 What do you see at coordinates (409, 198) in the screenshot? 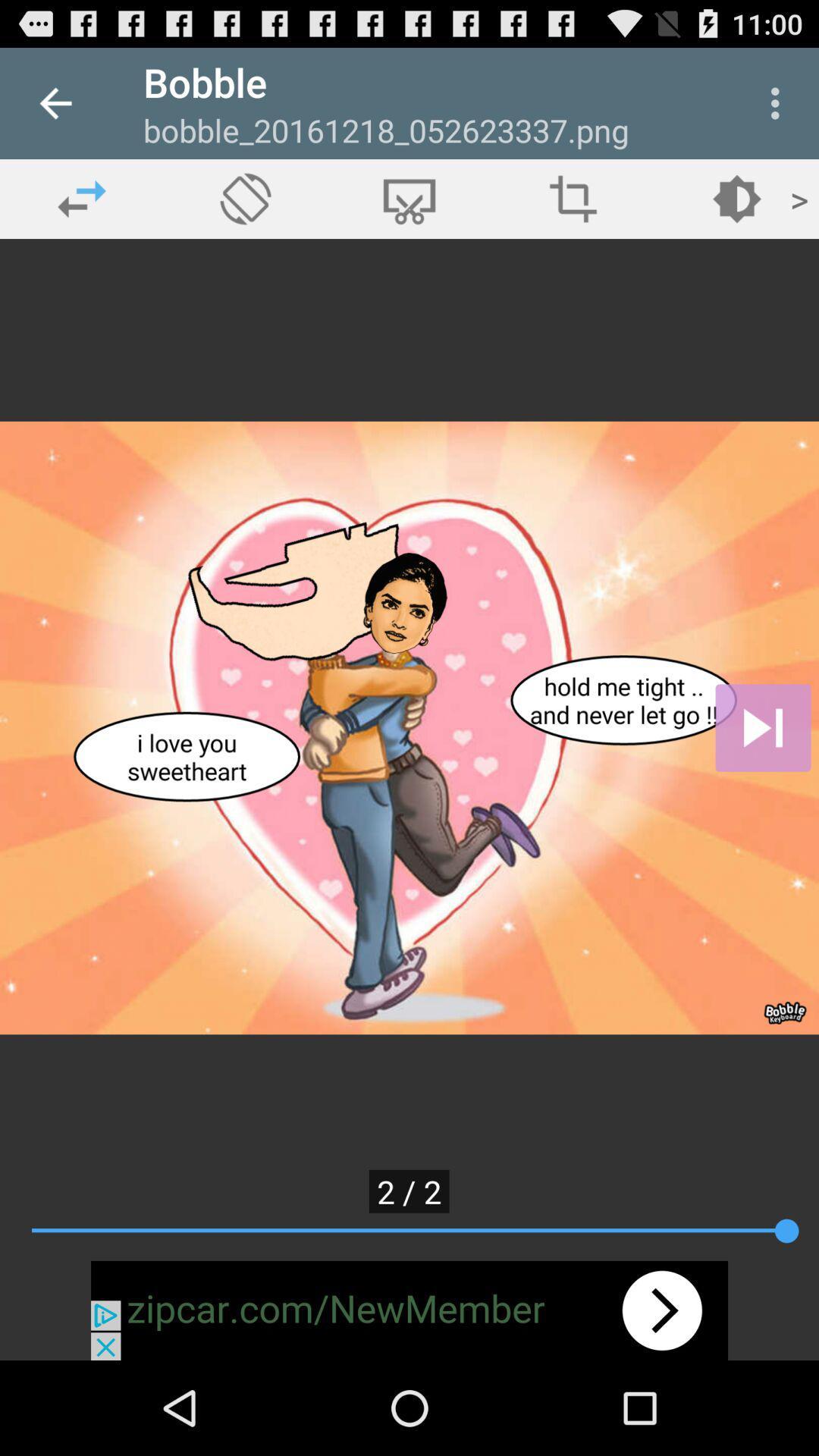
I see `edit picture` at bounding box center [409, 198].